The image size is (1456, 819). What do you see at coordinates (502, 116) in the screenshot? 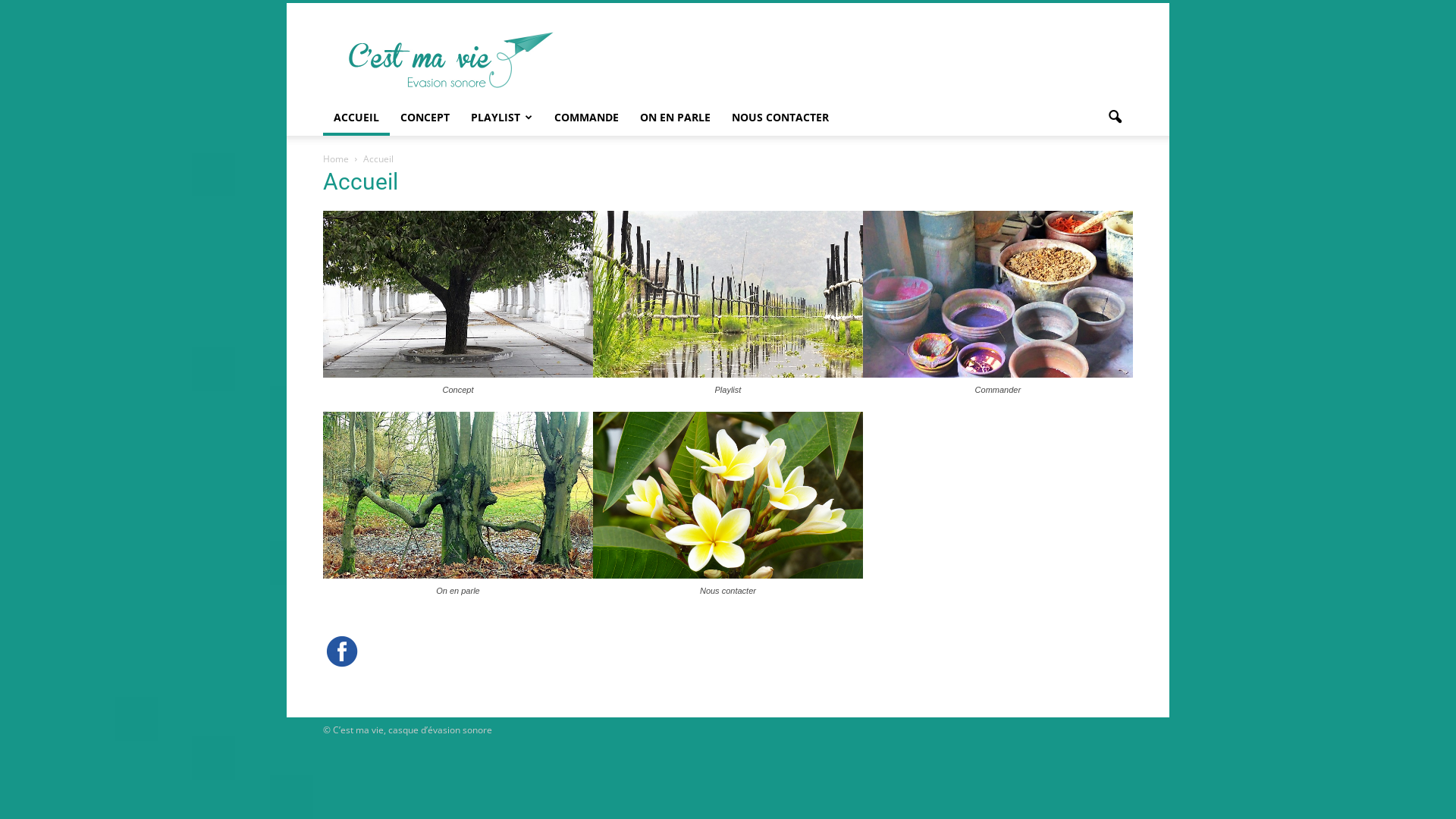
I see `'PLAYLIST'` at bounding box center [502, 116].